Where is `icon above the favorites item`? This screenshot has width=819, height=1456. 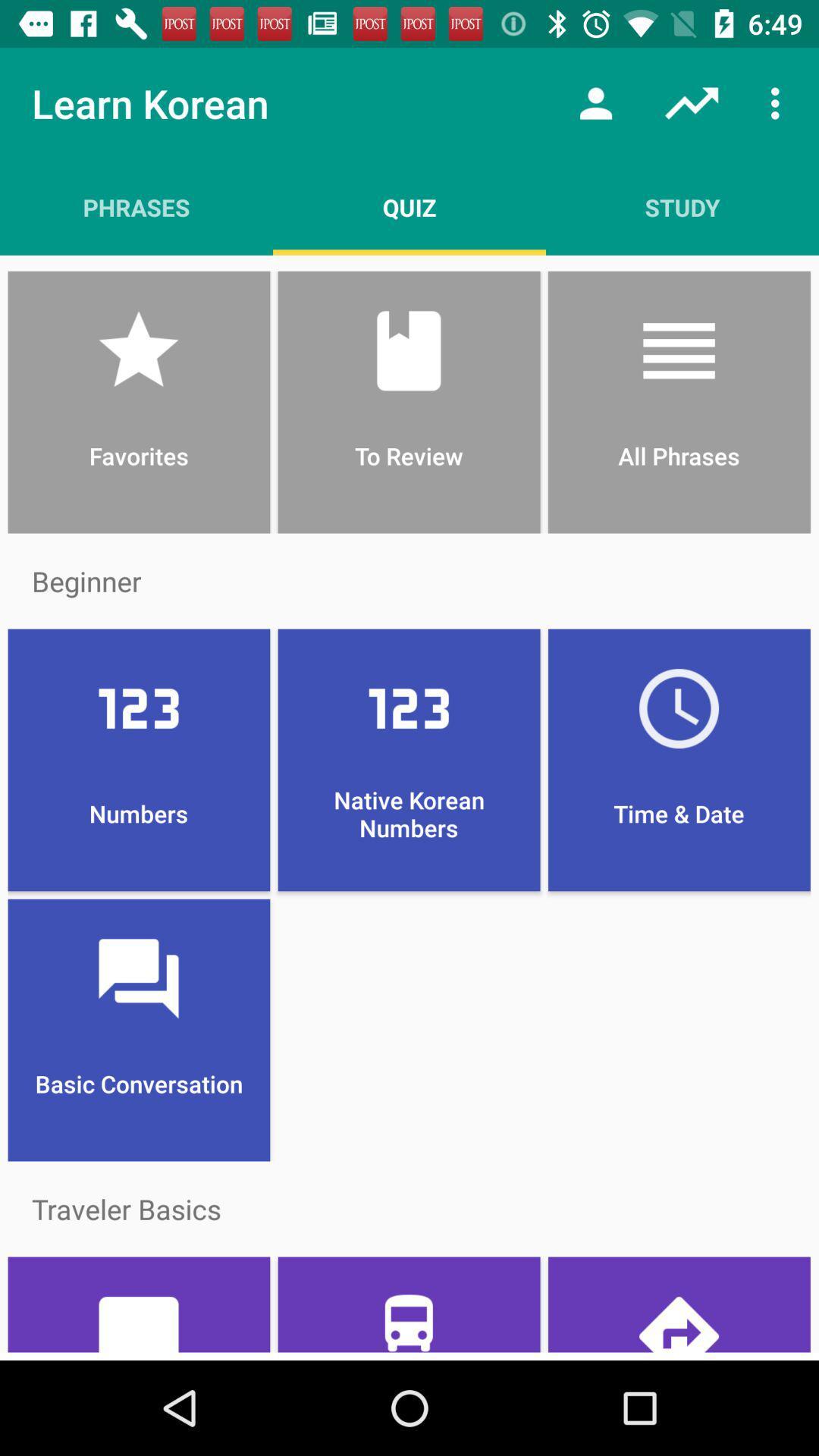 icon above the favorites item is located at coordinates (409, 206).